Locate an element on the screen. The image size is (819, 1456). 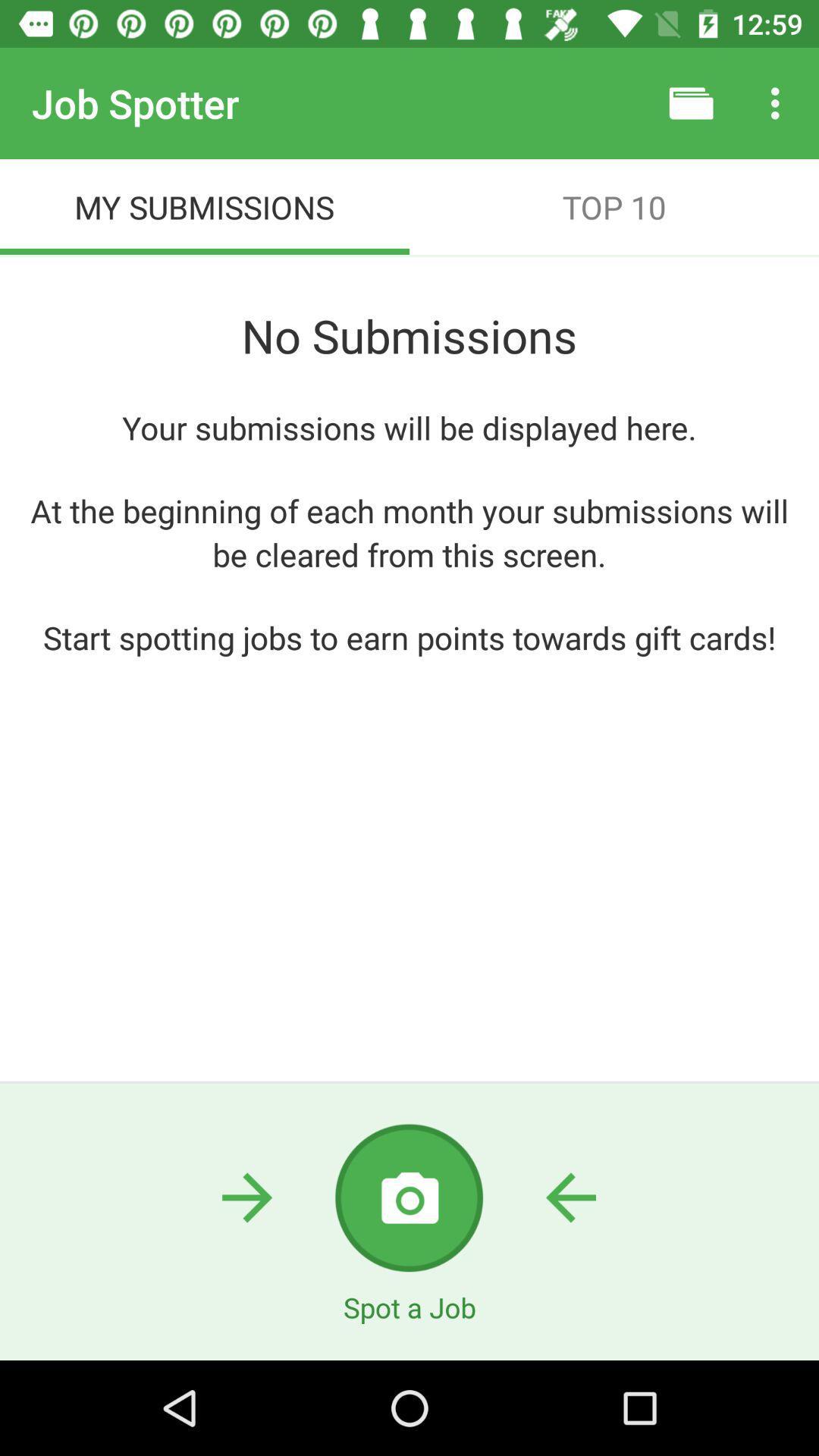
item above the spot a job is located at coordinates (408, 1197).